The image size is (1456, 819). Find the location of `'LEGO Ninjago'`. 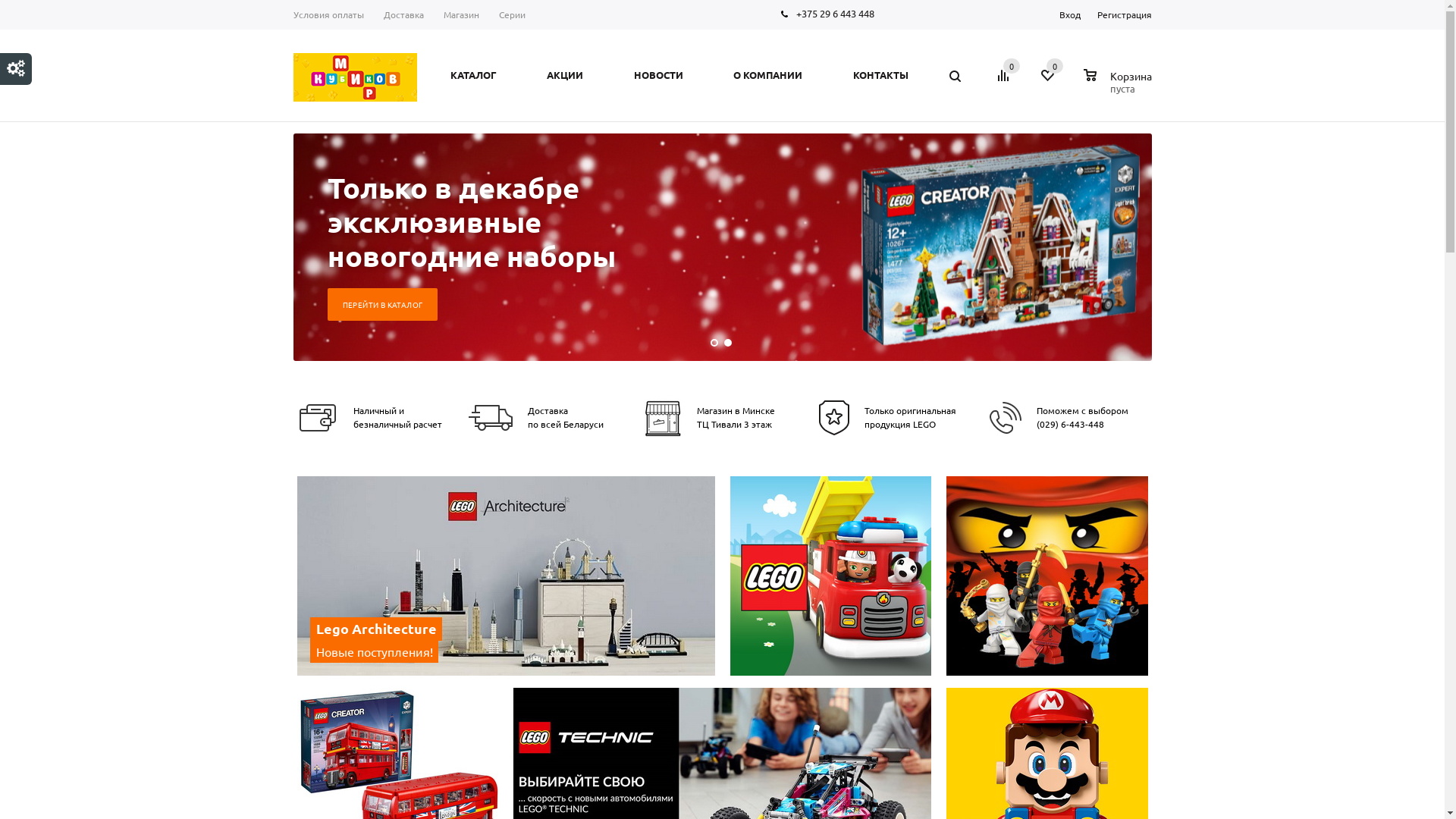

'LEGO Ninjago' is located at coordinates (1046, 576).